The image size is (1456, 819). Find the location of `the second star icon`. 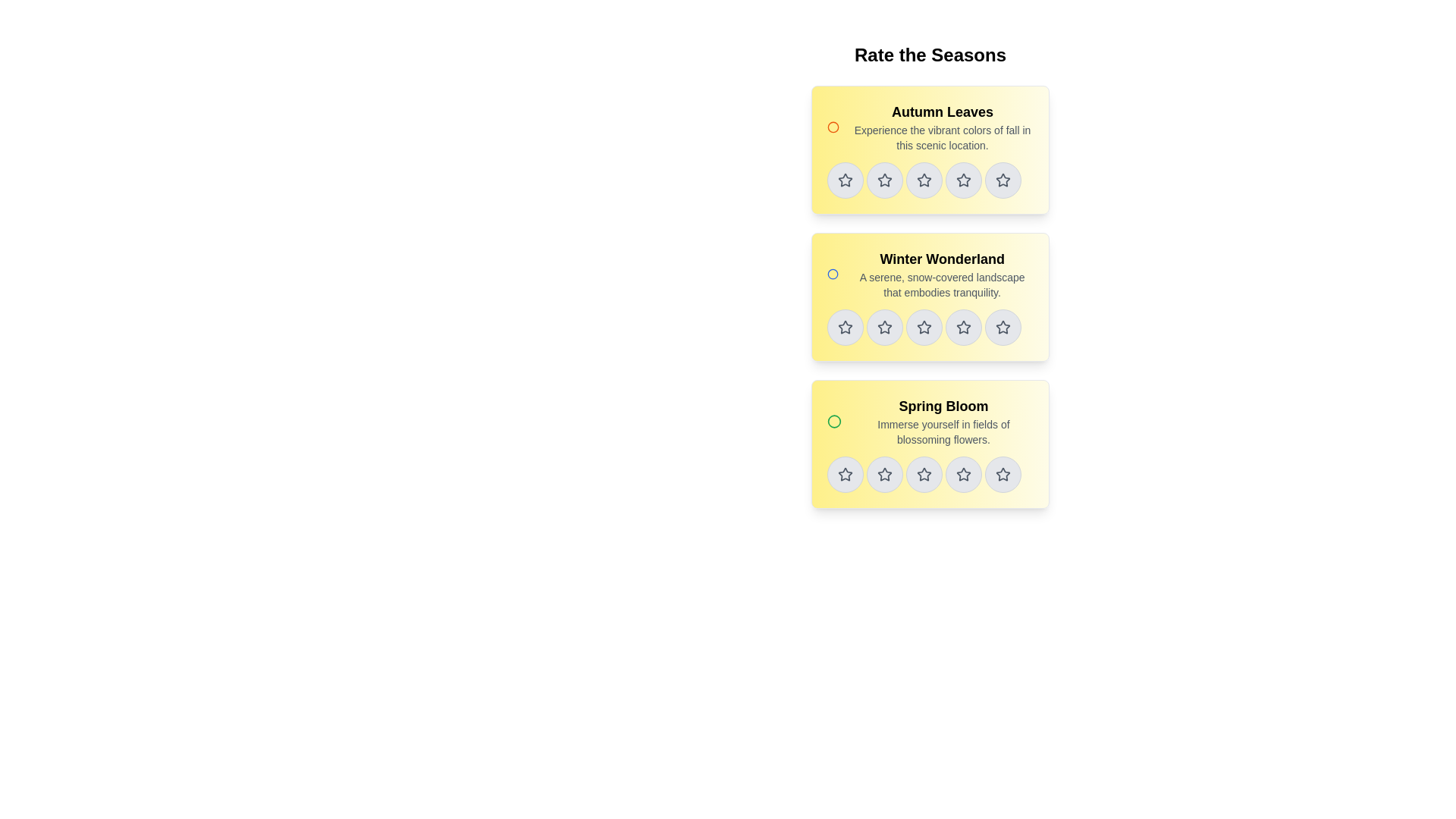

the second star icon is located at coordinates (884, 327).